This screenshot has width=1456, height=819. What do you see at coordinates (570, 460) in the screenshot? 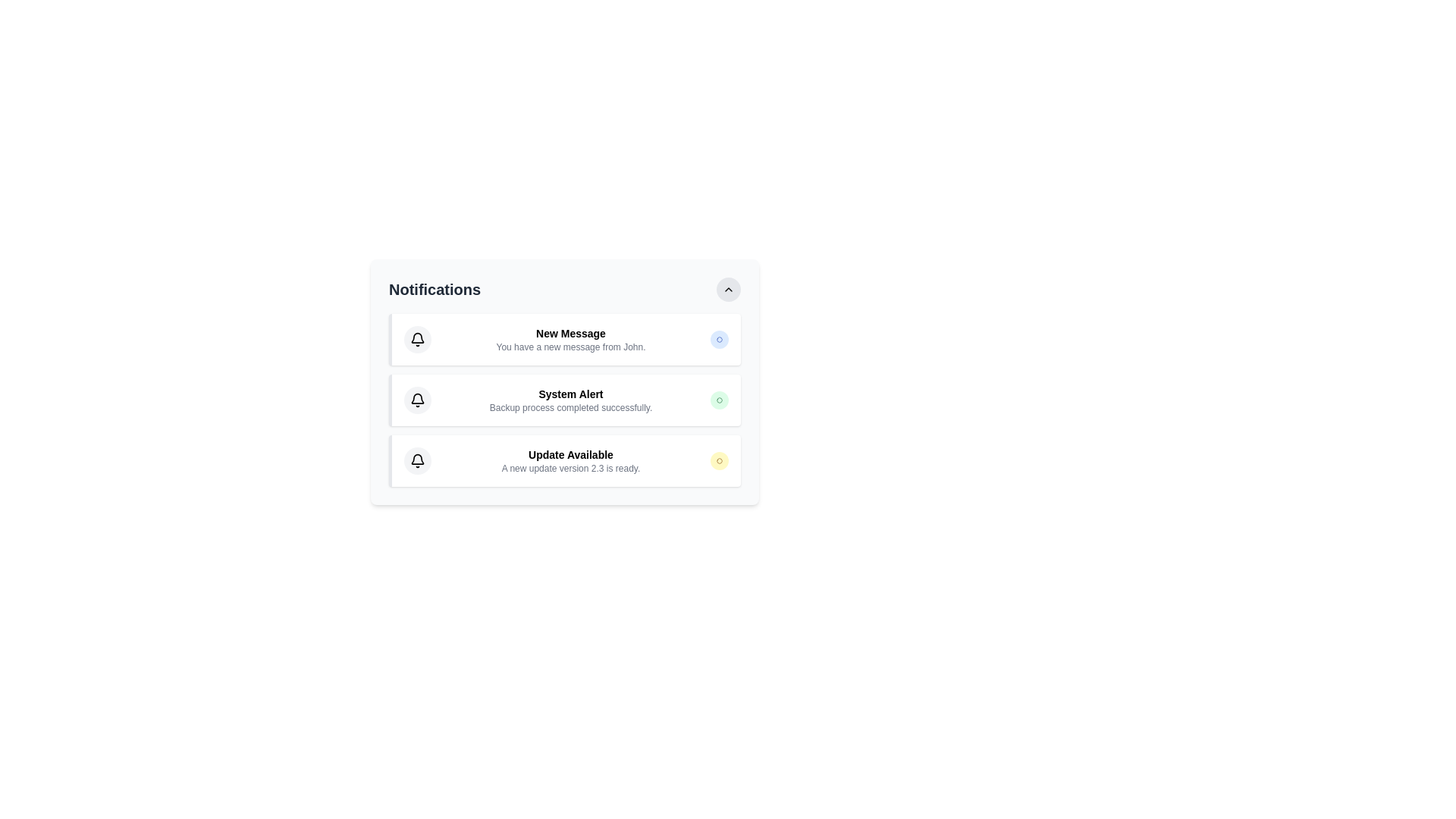
I see `the 'Update Available' notification text, which is a bold title indicating an available update, located in the third position of the notification list` at bounding box center [570, 460].